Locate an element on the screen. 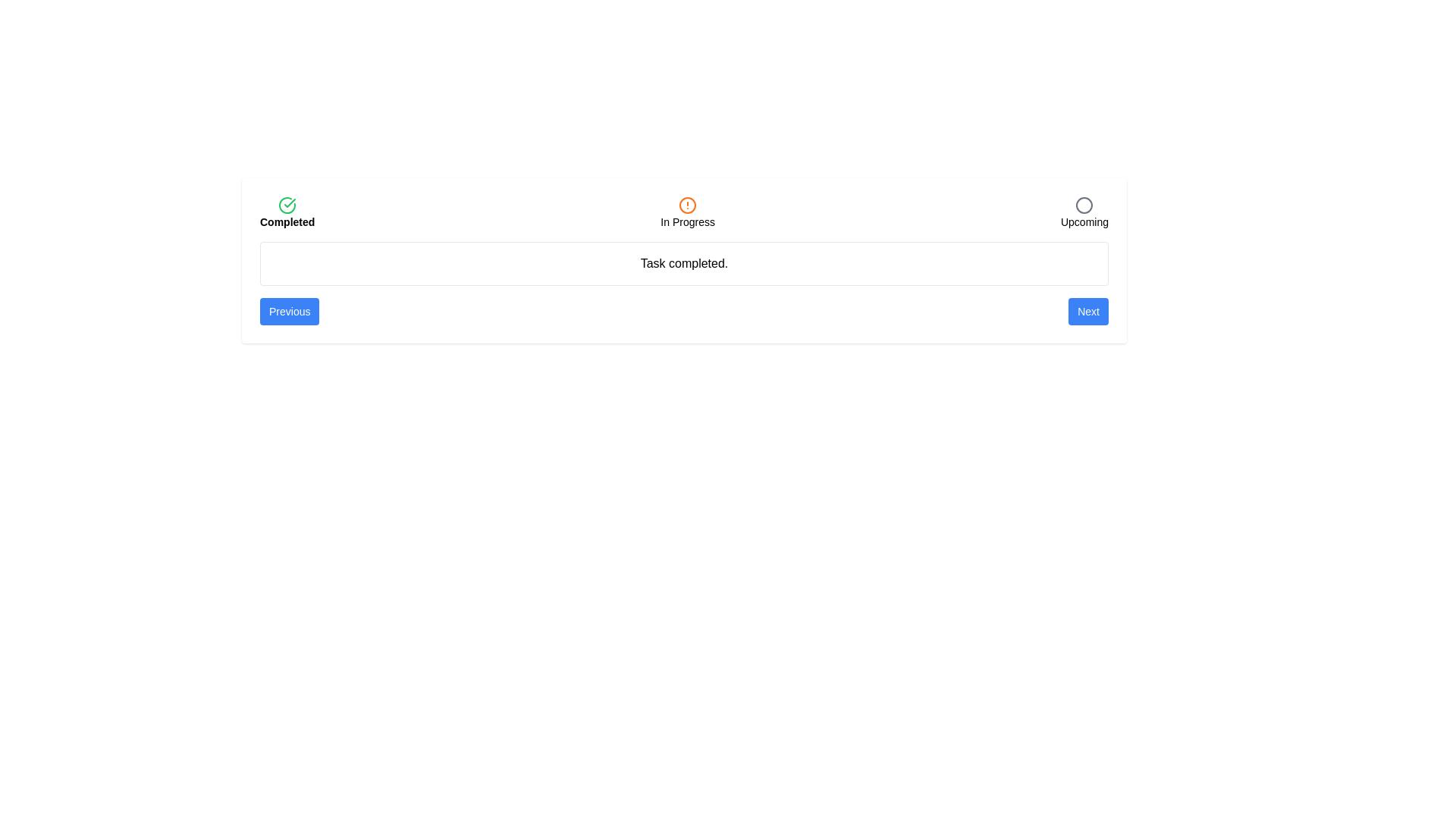 Image resolution: width=1456 pixels, height=819 pixels. the 'Next' button, which is a rectangular button with rounded corners, blue background, and white text located at the bottom-right corner of the interface is located at coordinates (1087, 311).